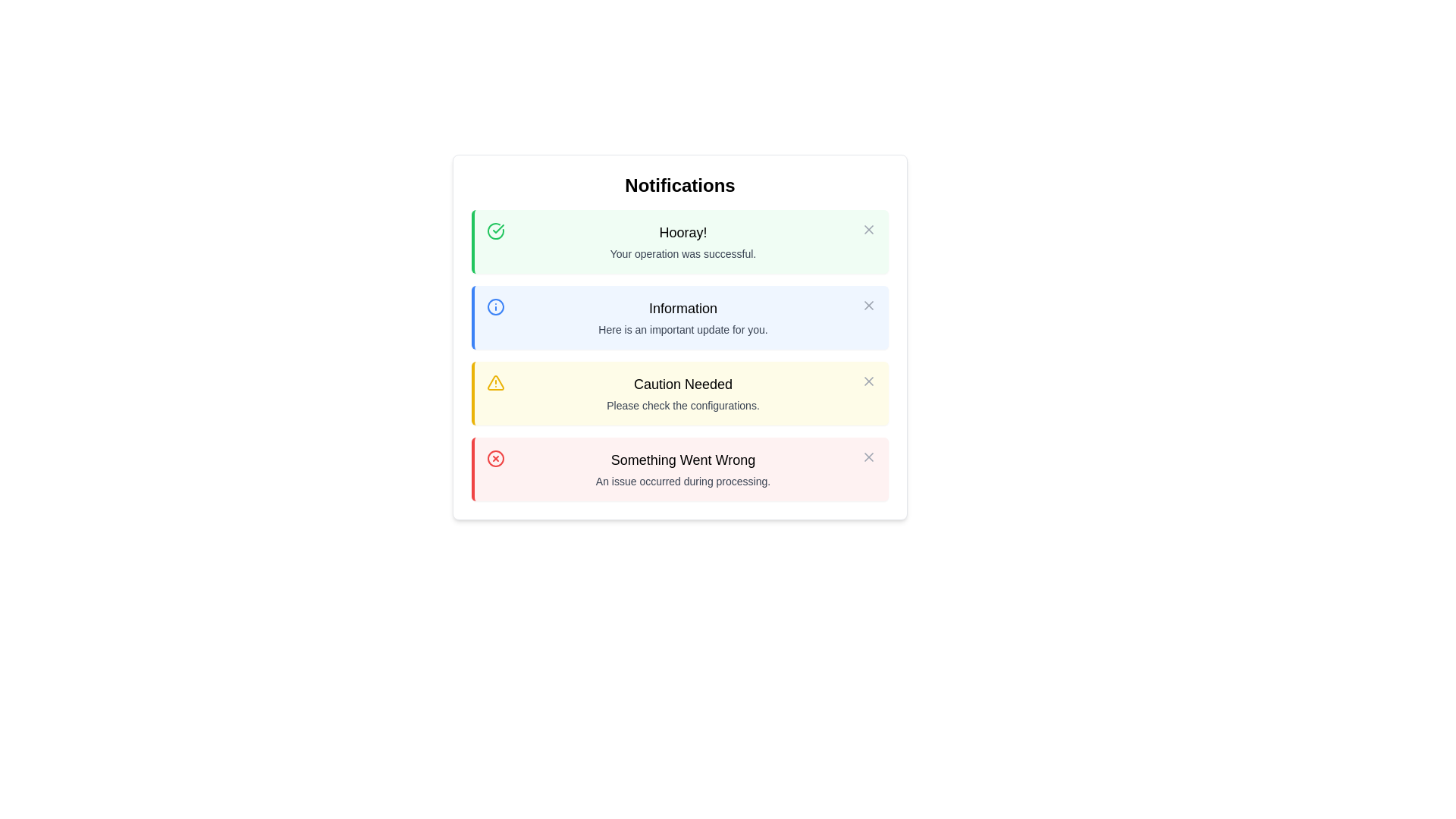  I want to click on informational message displayed in the Text Label located beneath the heading labeled 'Information' and above the 'Caution Needed' section, so click(682, 329).